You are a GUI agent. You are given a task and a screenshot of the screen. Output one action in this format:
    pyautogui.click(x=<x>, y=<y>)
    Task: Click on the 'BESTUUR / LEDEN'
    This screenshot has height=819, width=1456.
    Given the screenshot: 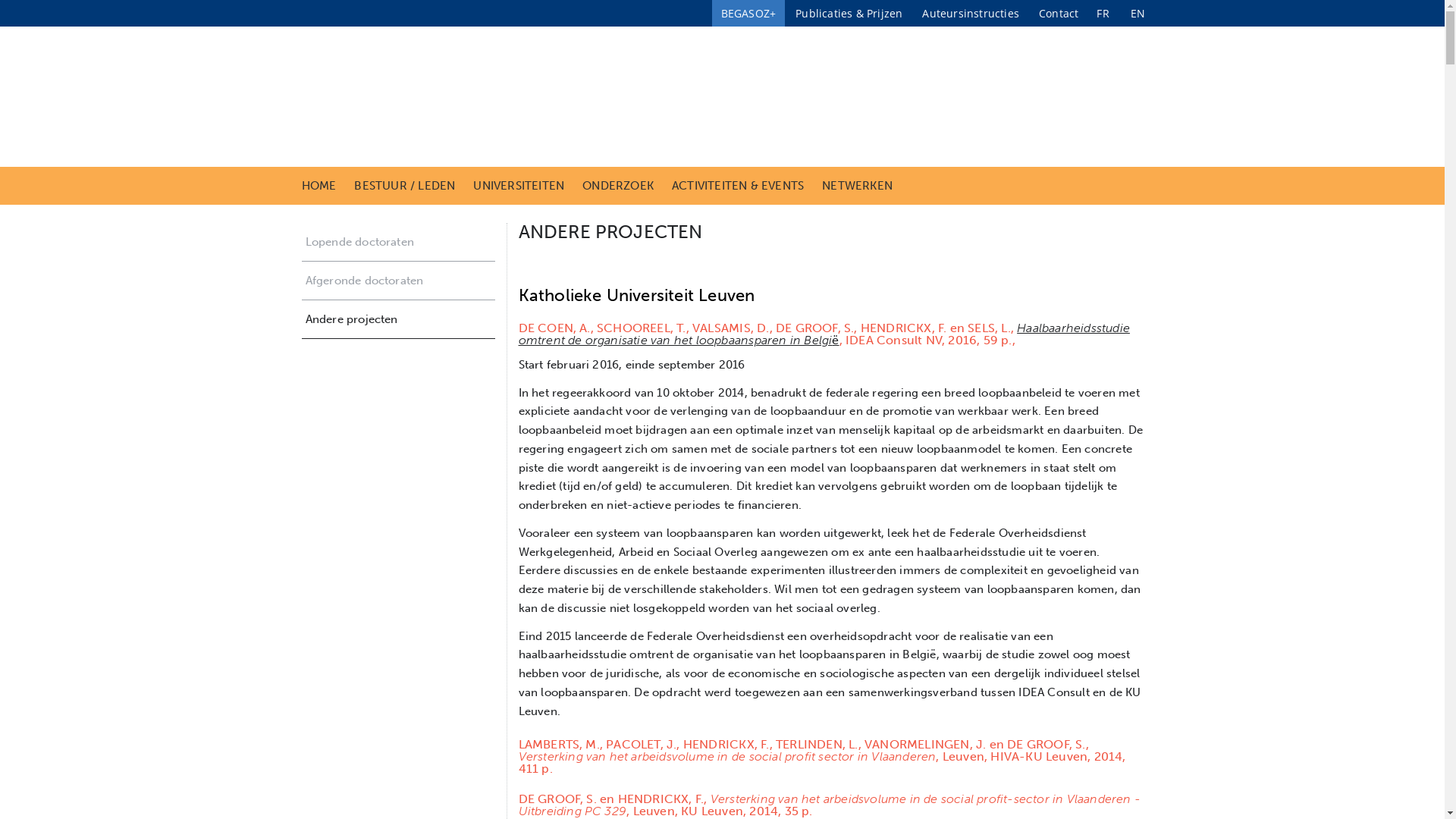 What is the action you would take?
    pyautogui.click(x=404, y=185)
    